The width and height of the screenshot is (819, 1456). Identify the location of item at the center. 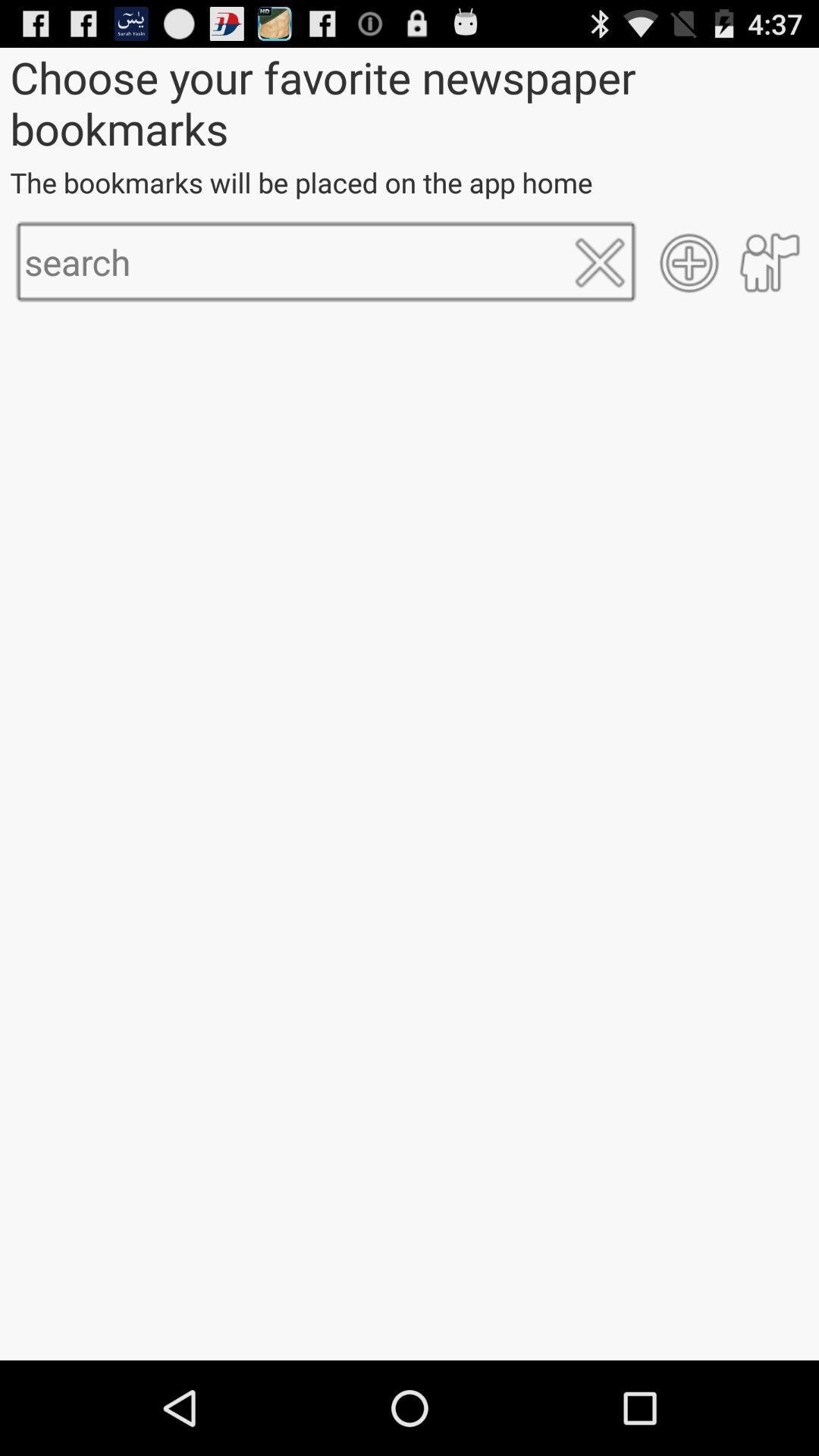
(409, 839).